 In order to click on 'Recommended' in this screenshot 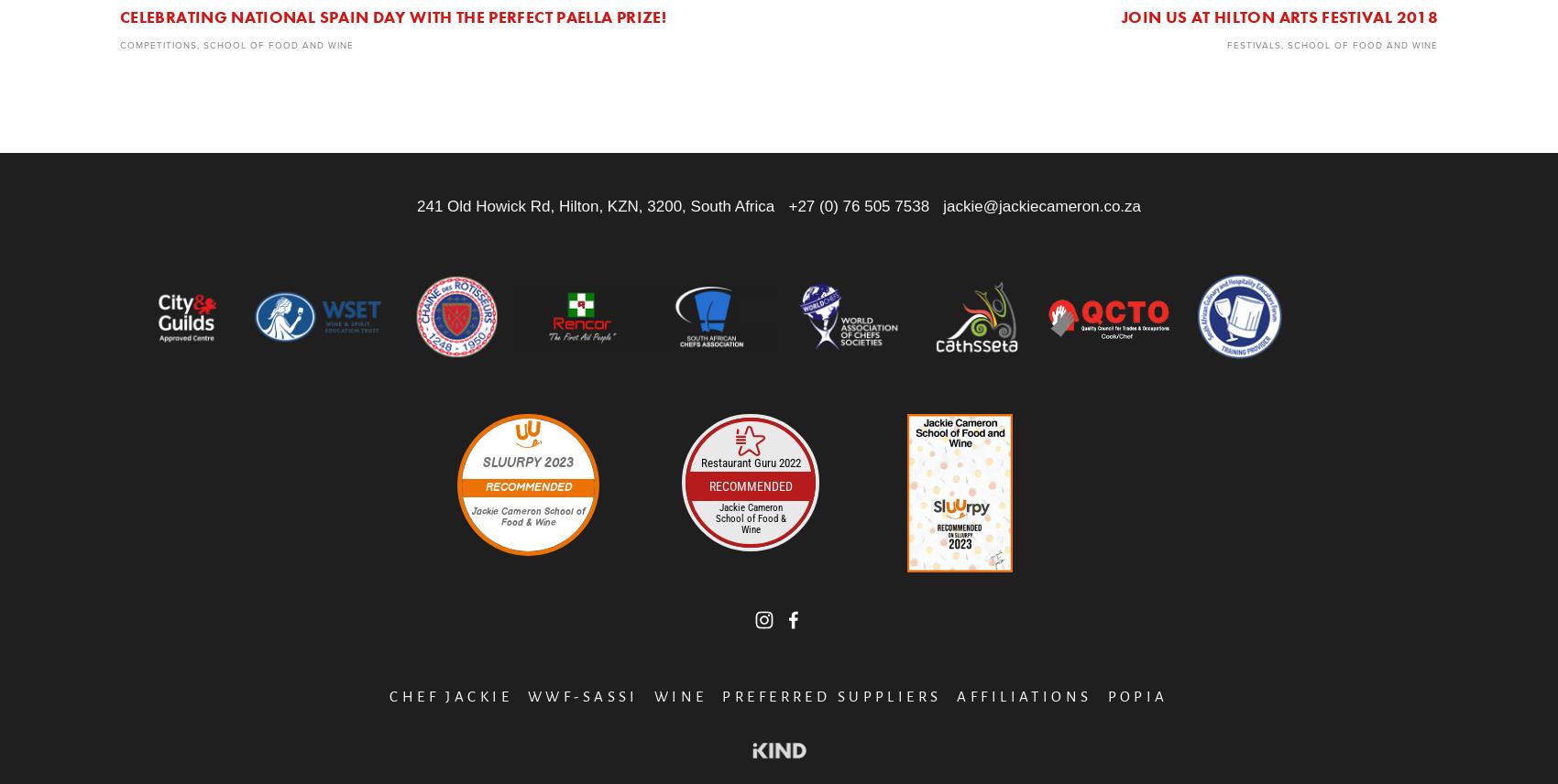, I will do `click(749, 485)`.